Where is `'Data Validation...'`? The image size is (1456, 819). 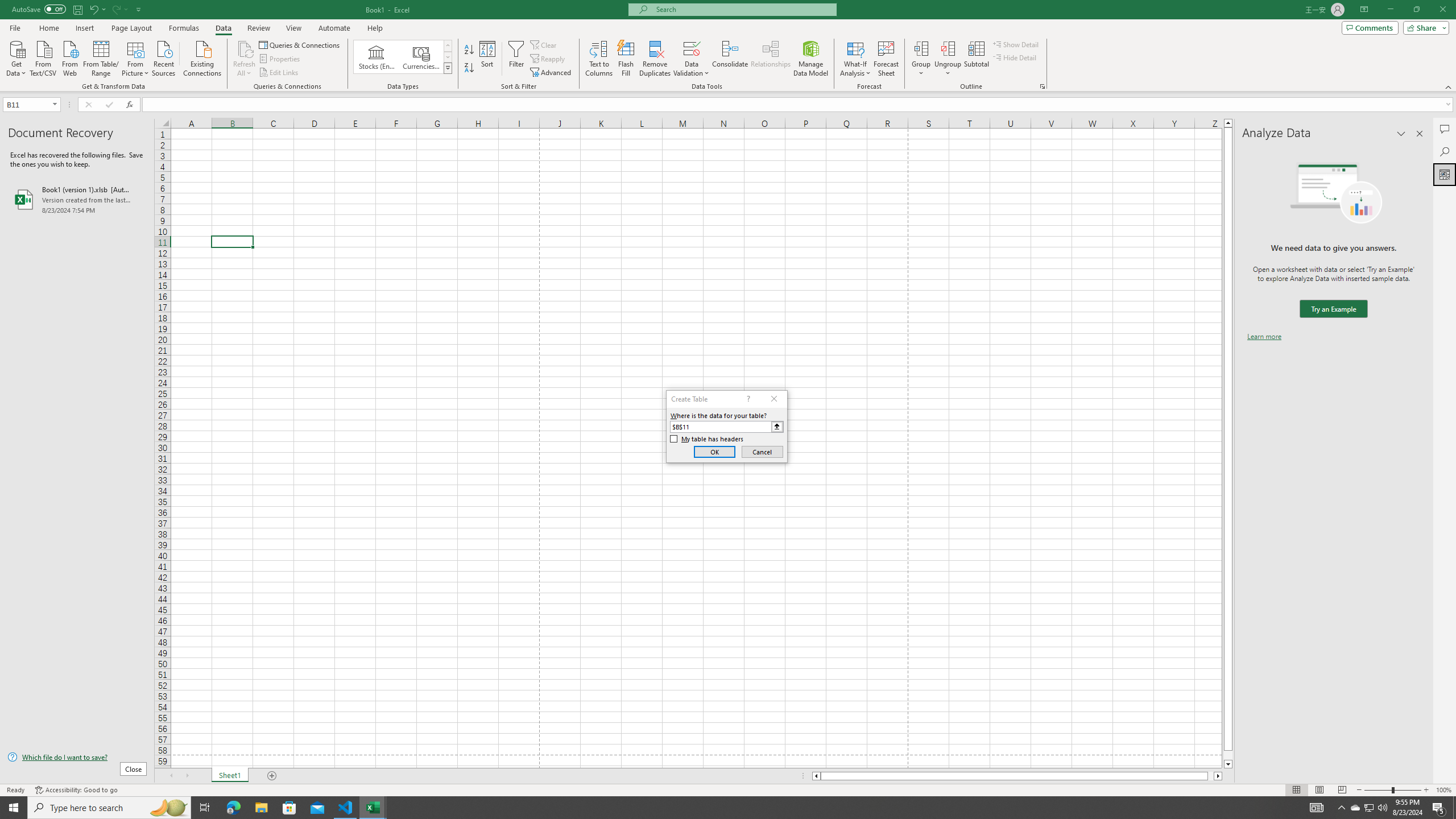
'Data Validation...' is located at coordinates (691, 59).